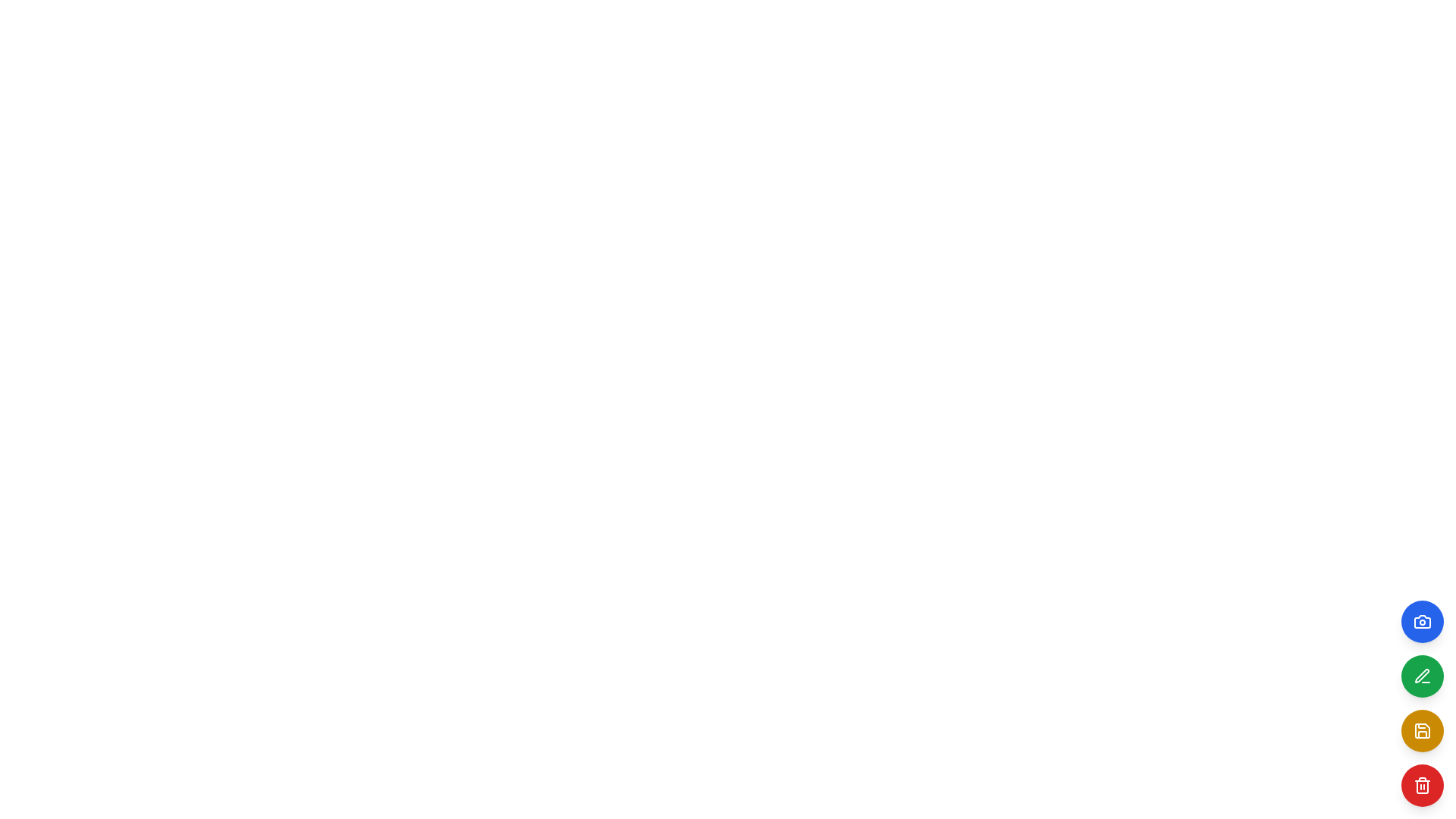 The height and width of the screenshot is (819, 1456). I want to click on the circular green button with a white pencil icon, so click(1422, 675).